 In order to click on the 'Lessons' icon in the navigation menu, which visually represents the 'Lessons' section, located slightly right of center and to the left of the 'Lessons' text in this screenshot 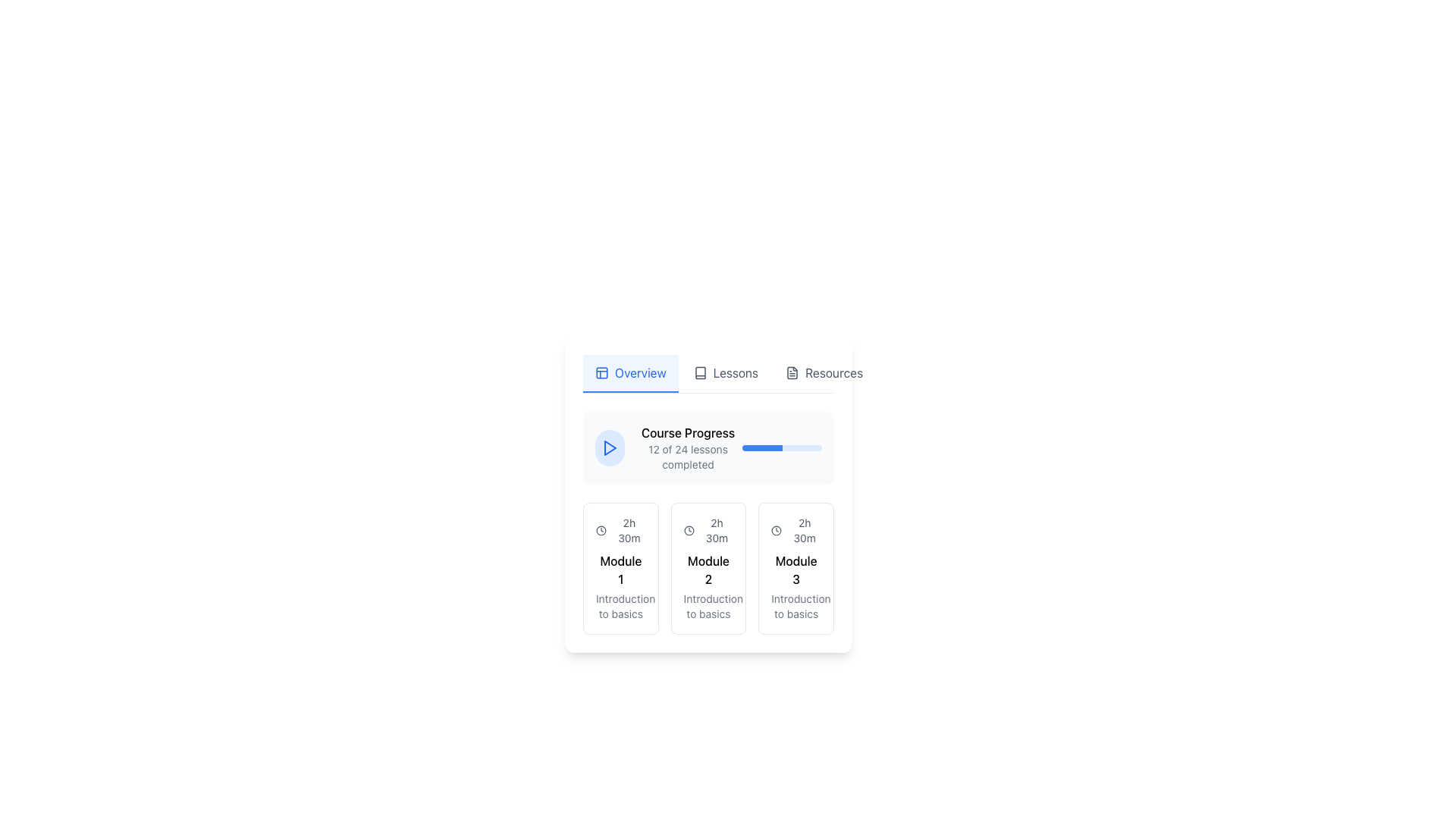, I will do `click(699, 373)`.